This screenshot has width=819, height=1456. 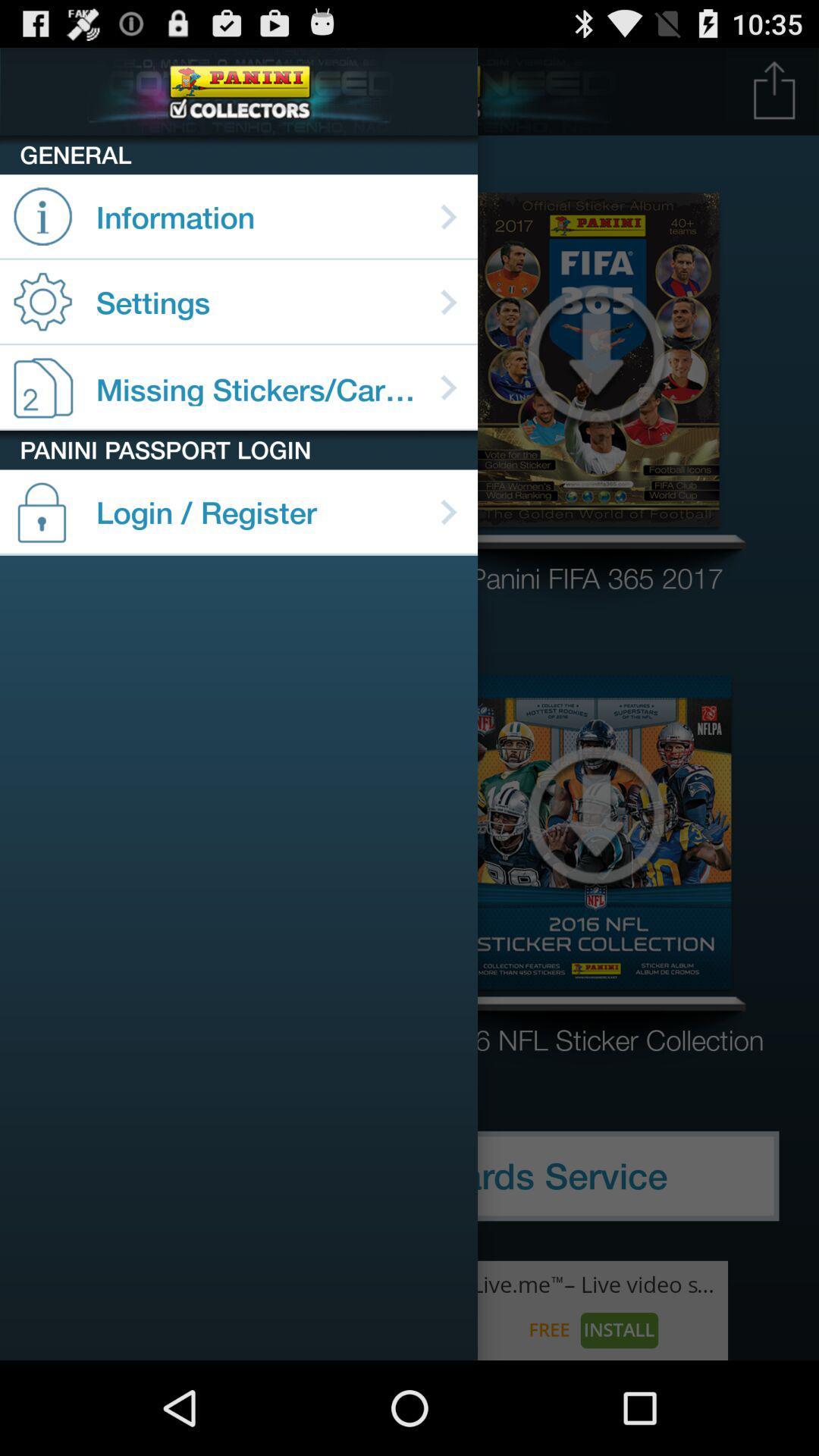 What do you see at coordinates (595, 871) in the screenshot?
I see `the arrow_downward icon` at bounding box center [595, 871].